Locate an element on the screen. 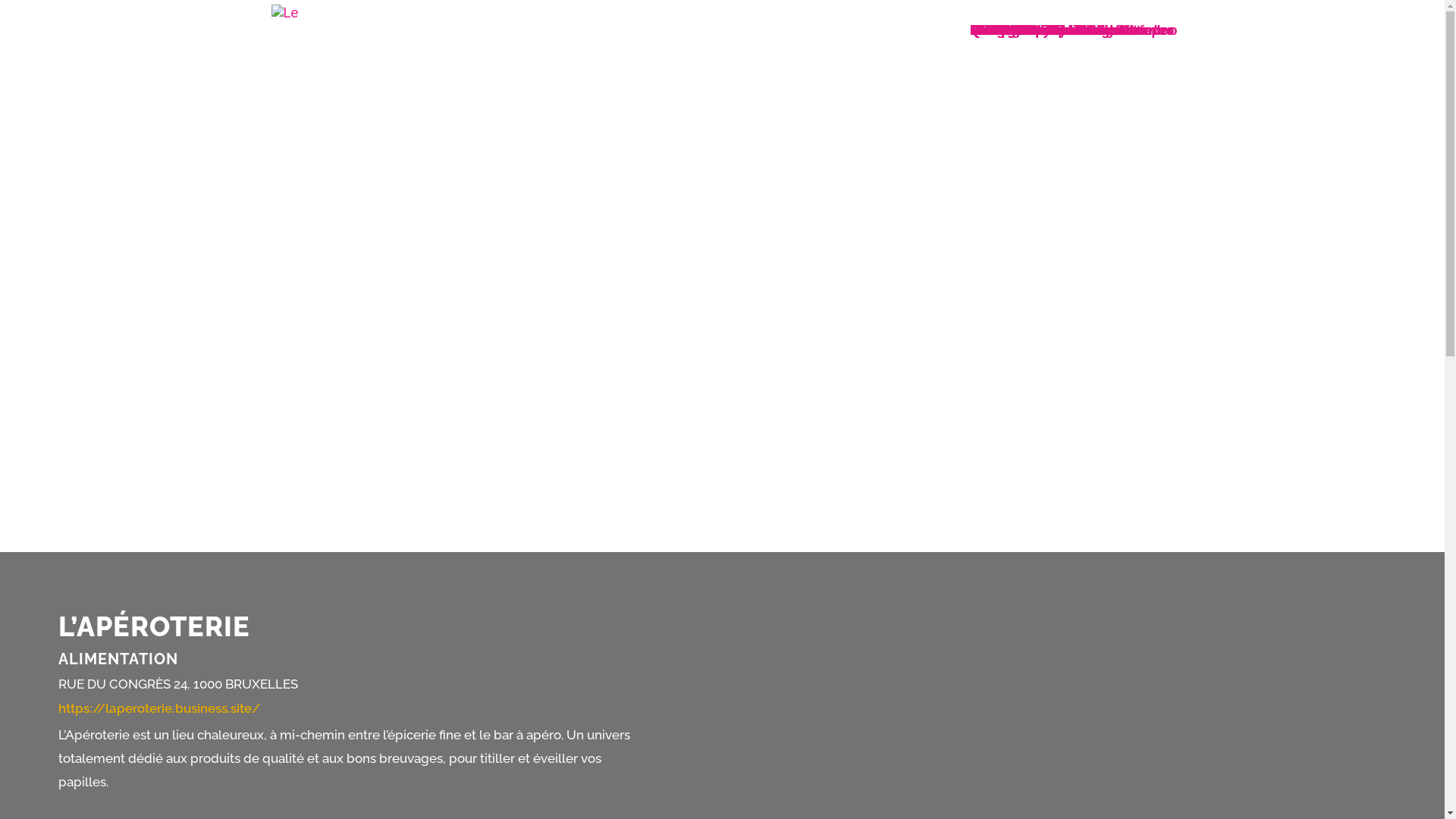  'NL' is located at coordinates (979, 30).